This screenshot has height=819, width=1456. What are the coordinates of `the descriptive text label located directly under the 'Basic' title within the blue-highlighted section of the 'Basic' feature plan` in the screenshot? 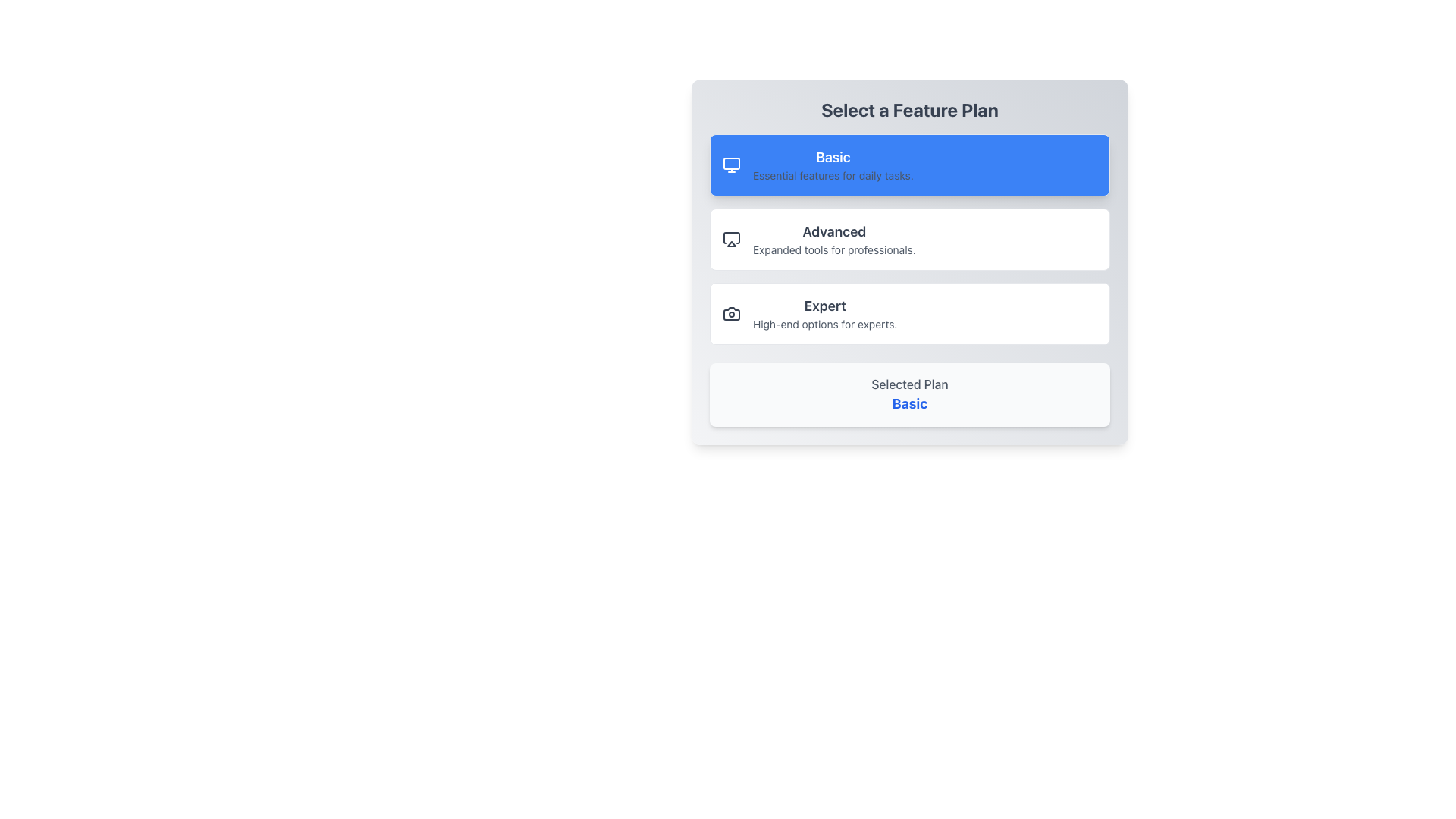 It's located at (832, 174).